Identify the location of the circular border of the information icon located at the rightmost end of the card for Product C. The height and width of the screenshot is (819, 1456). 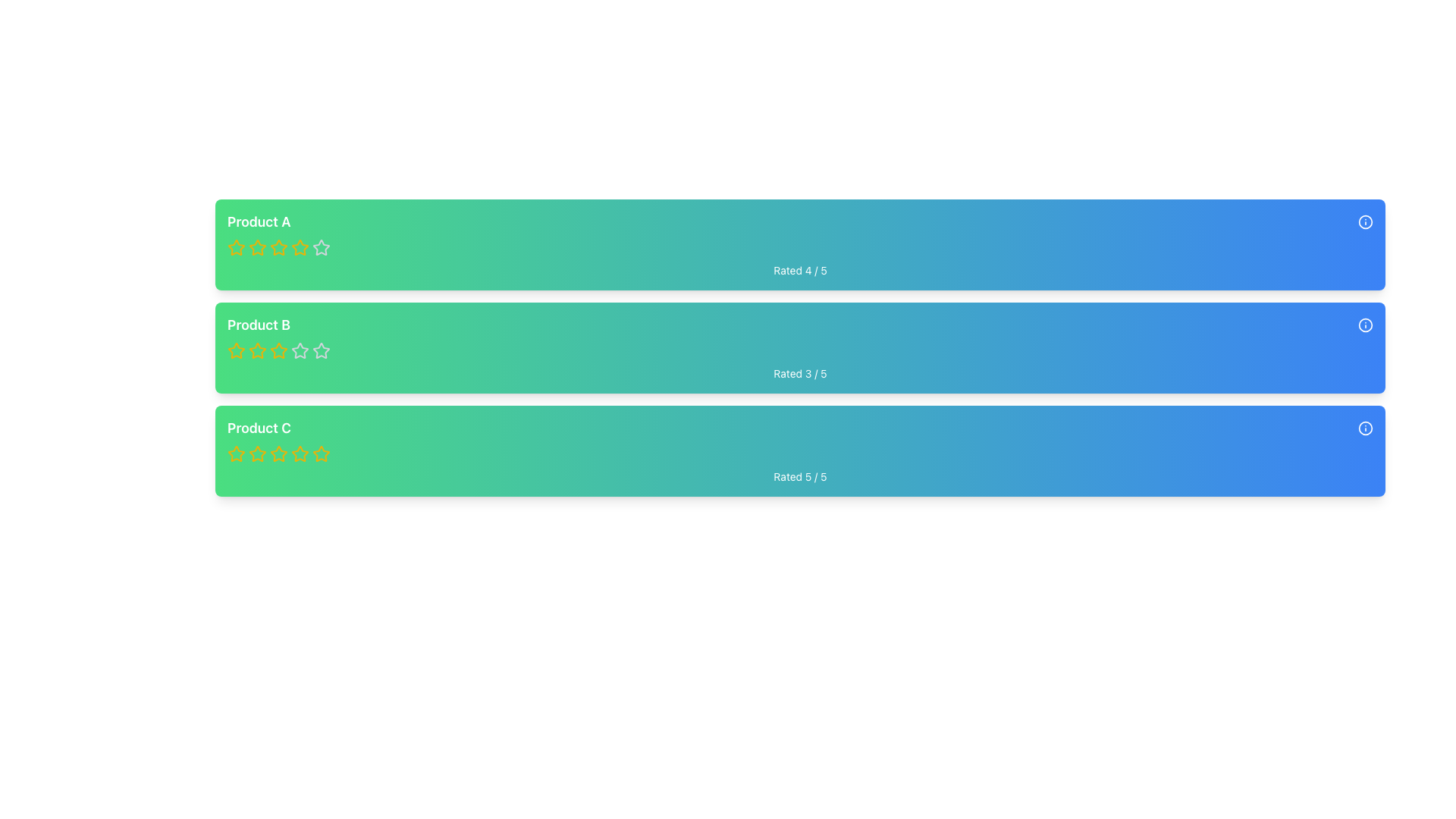
(1365, 428).